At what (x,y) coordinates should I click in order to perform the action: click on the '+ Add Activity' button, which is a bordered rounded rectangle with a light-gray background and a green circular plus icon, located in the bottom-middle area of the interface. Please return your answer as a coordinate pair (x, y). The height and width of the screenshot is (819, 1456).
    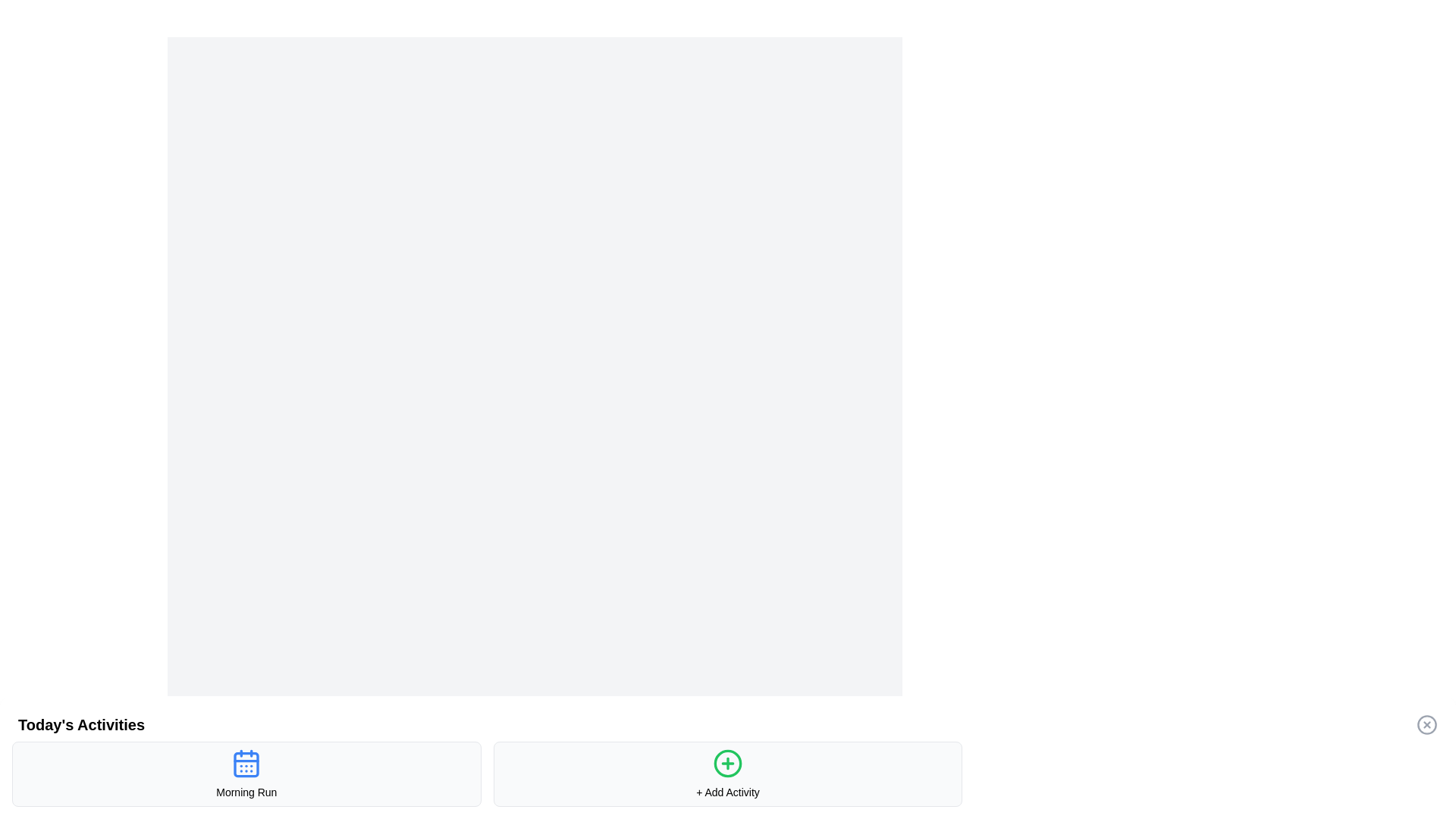
    Looking at the image, I should click on (728, 774).